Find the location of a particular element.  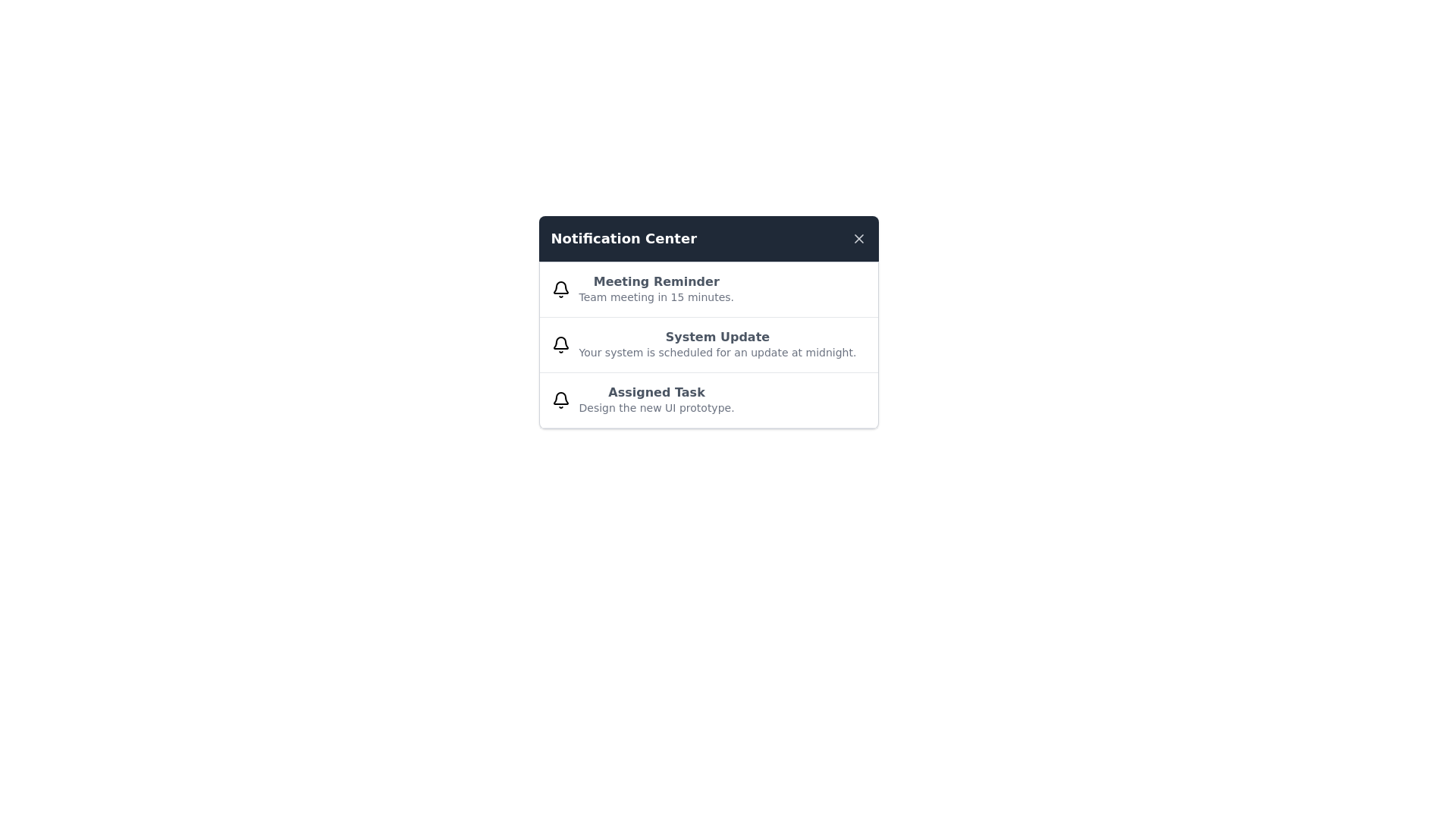

the 'Assigned Task' text block in the Notification Center to focus on it is located at coordinates (657, 400).